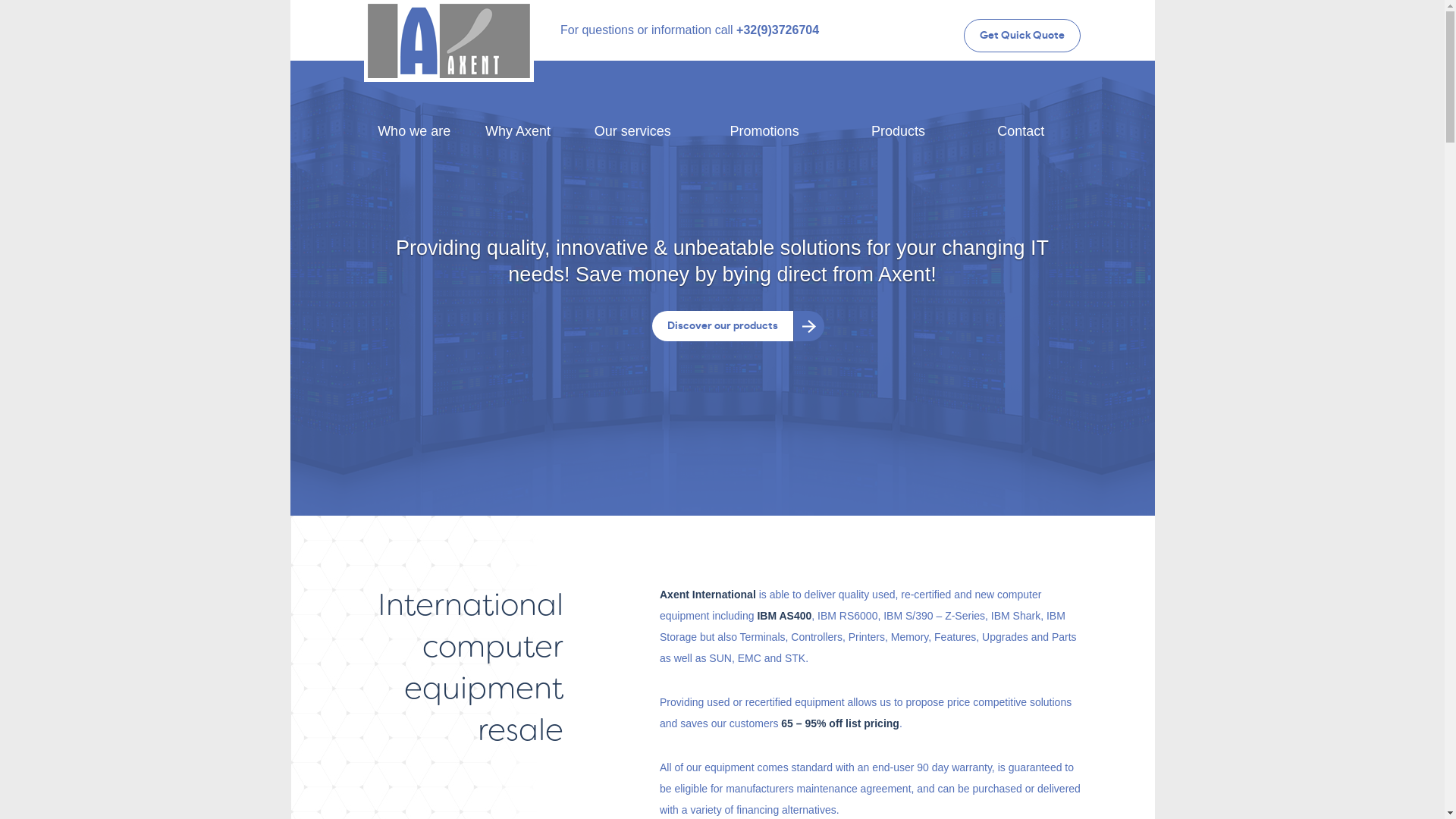 This screenshot has height=819, width=1456. What do you see at coordinates (963, 34) in the screenshot?
I see `'Get Quick Quote'` at bounding box center [963, 34].